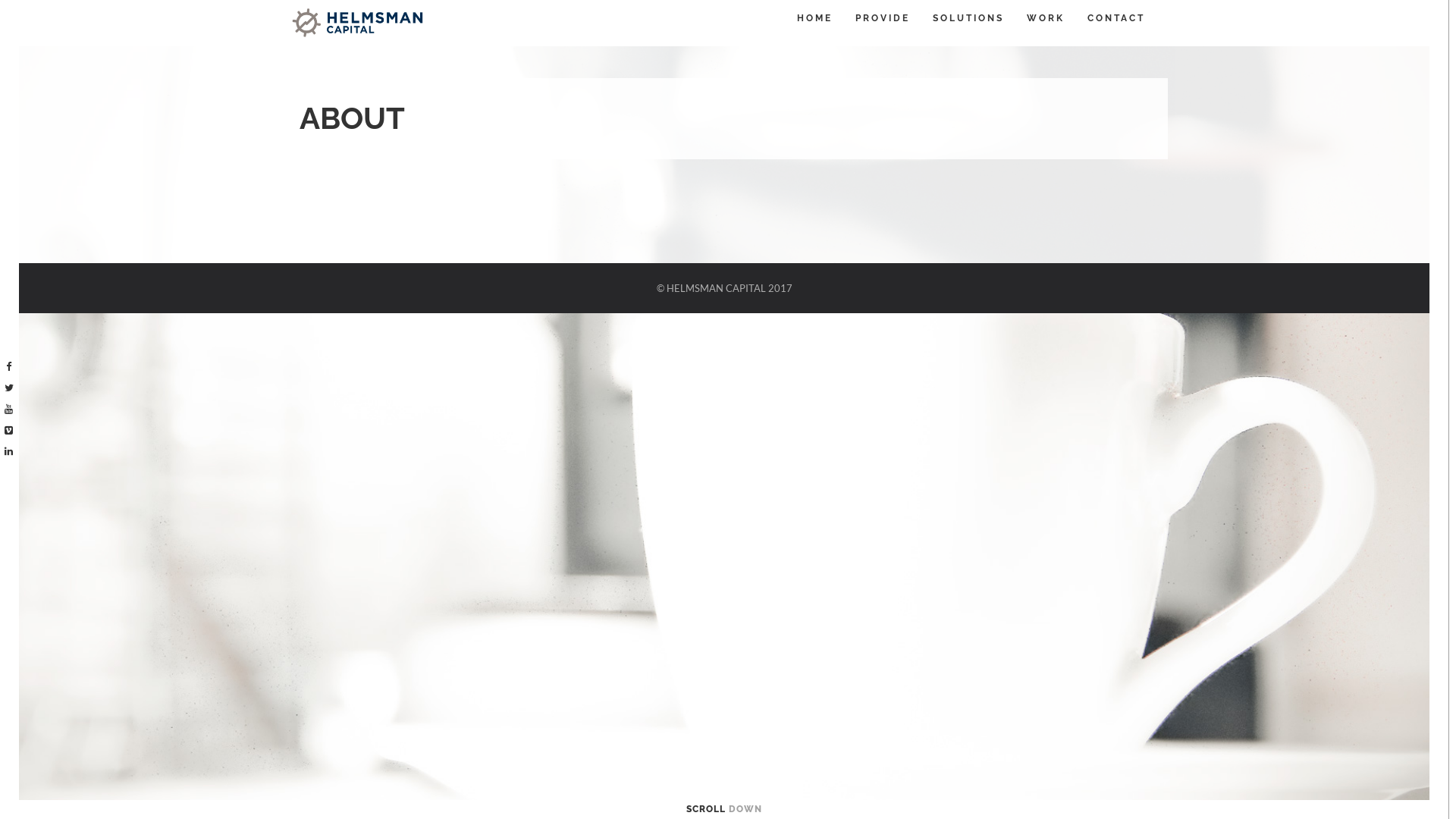 This screenshot has height=819, width=1456. What do you see at coordinates (882, 17) in the screenshot?
I see `'PROVIDE'` at bounding box center [882, 17].